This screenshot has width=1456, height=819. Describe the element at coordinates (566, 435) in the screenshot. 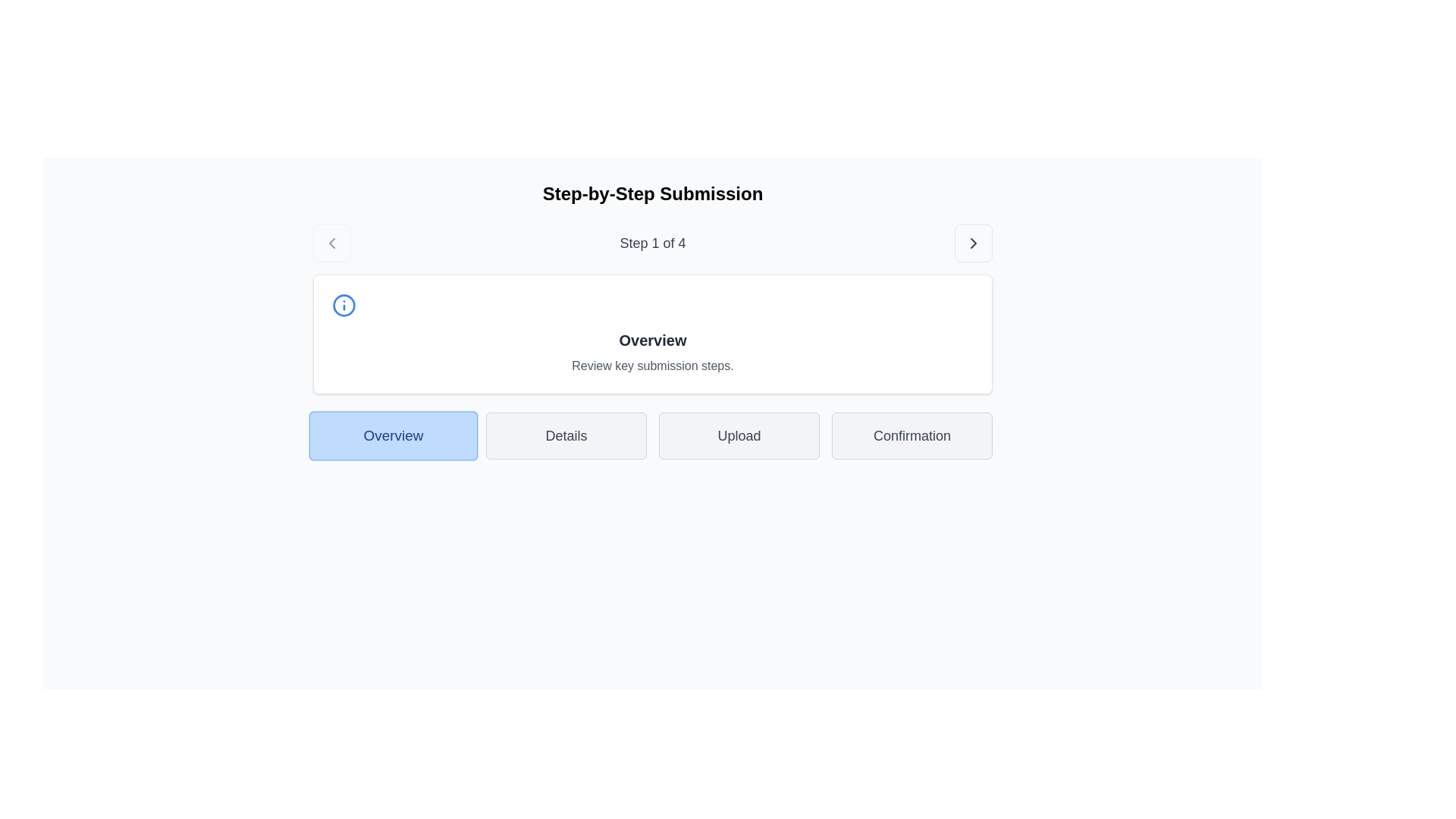

I see `static text label titled 'Details' that indicates a navigation step in a multi-step process interface, prominently positioned in a horizontal layout of buttons` at that location.